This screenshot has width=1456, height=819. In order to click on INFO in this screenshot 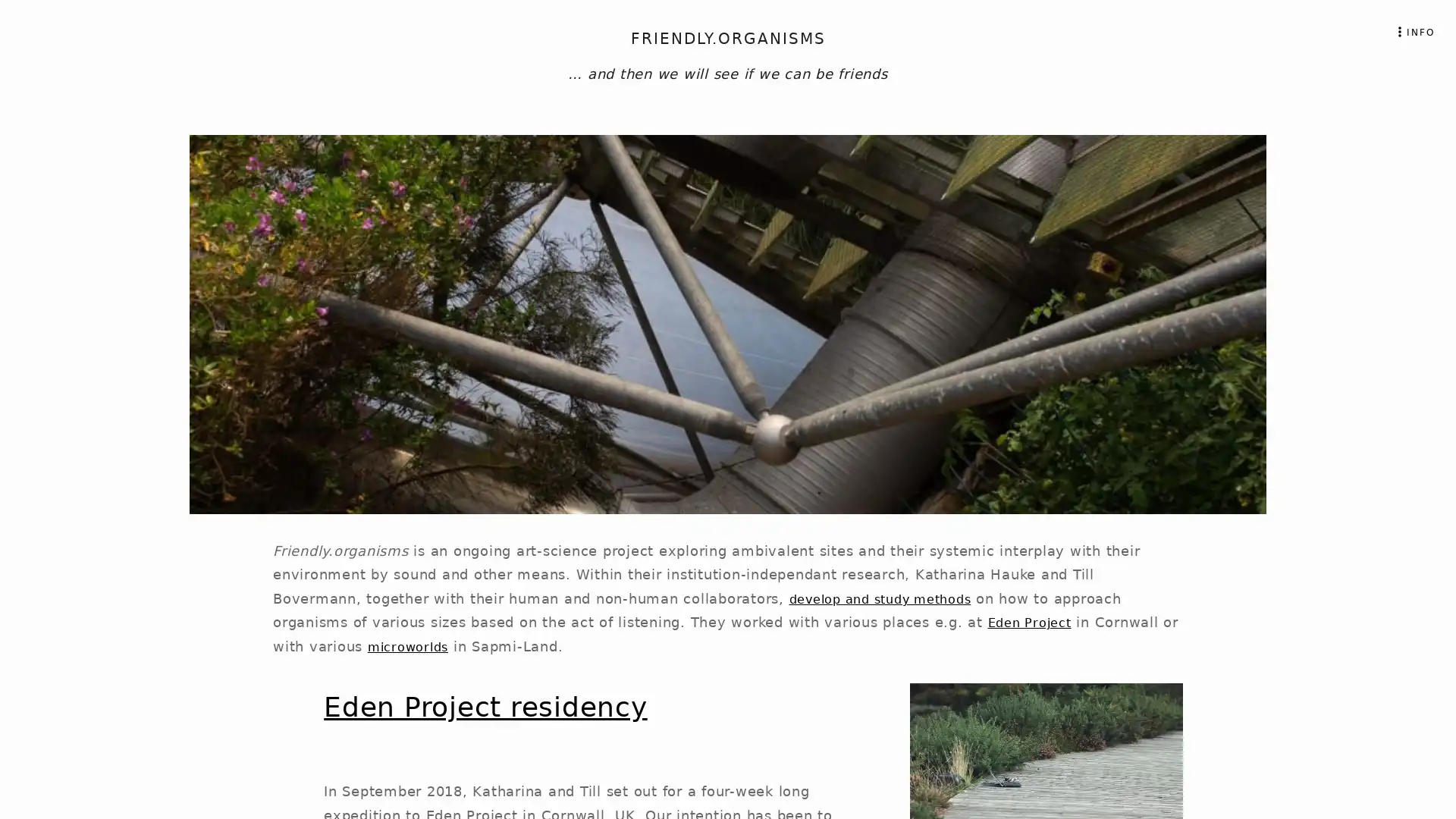, I will do `click(1413, 31)`.